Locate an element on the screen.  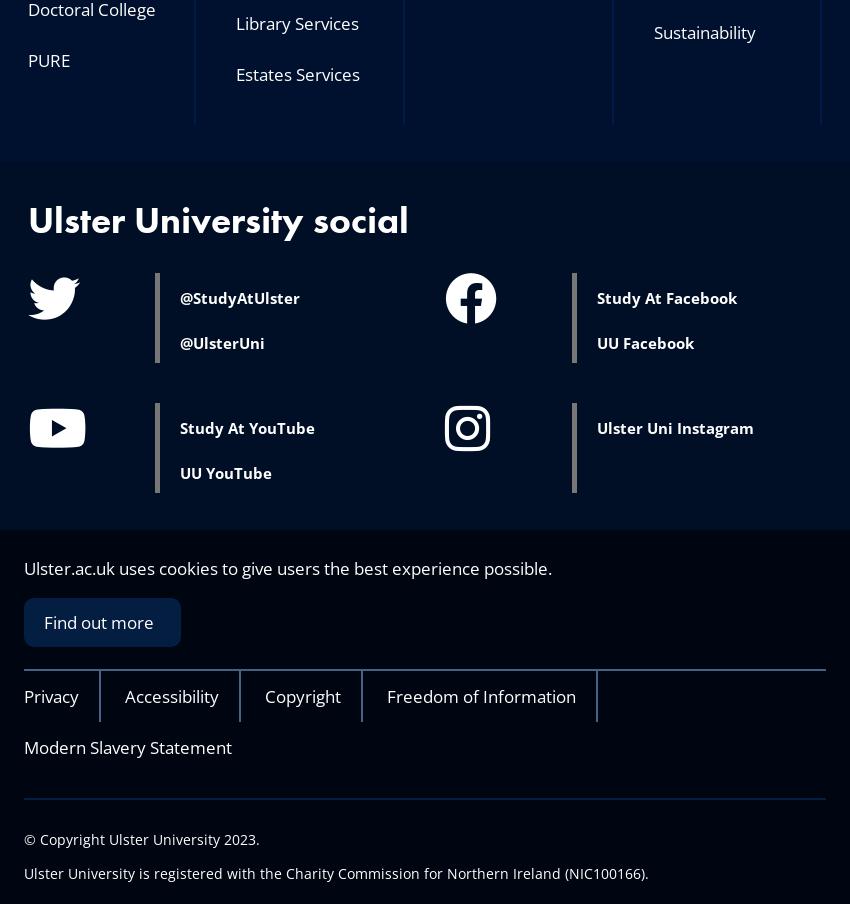
'Accessibility' is located at coordinates (171, 695).